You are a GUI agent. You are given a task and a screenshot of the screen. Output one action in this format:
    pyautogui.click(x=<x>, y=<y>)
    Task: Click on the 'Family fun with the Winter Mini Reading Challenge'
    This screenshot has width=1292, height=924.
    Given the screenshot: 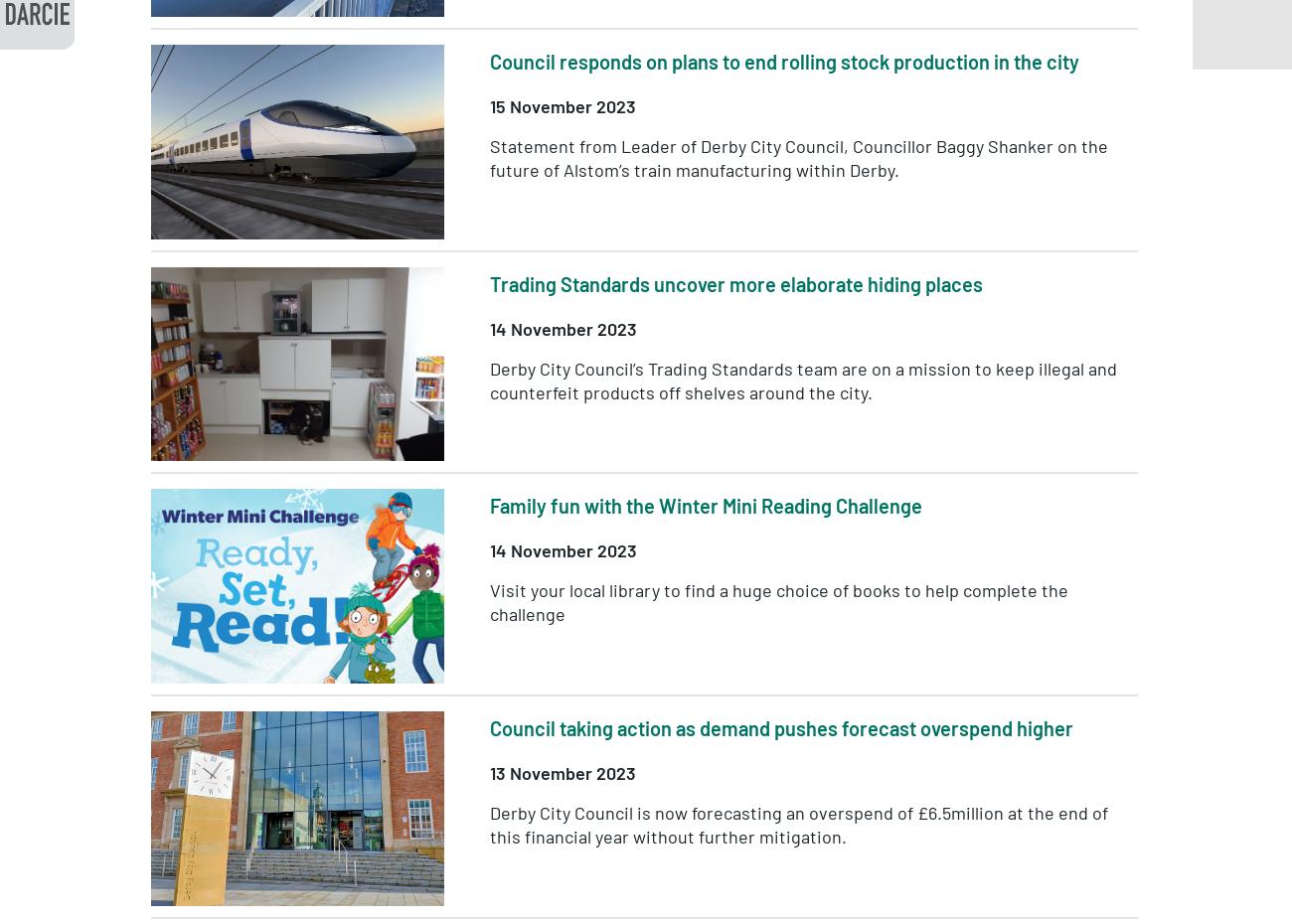 What is the action you would take?
    pyautogui.click(x=706, y=504)
    